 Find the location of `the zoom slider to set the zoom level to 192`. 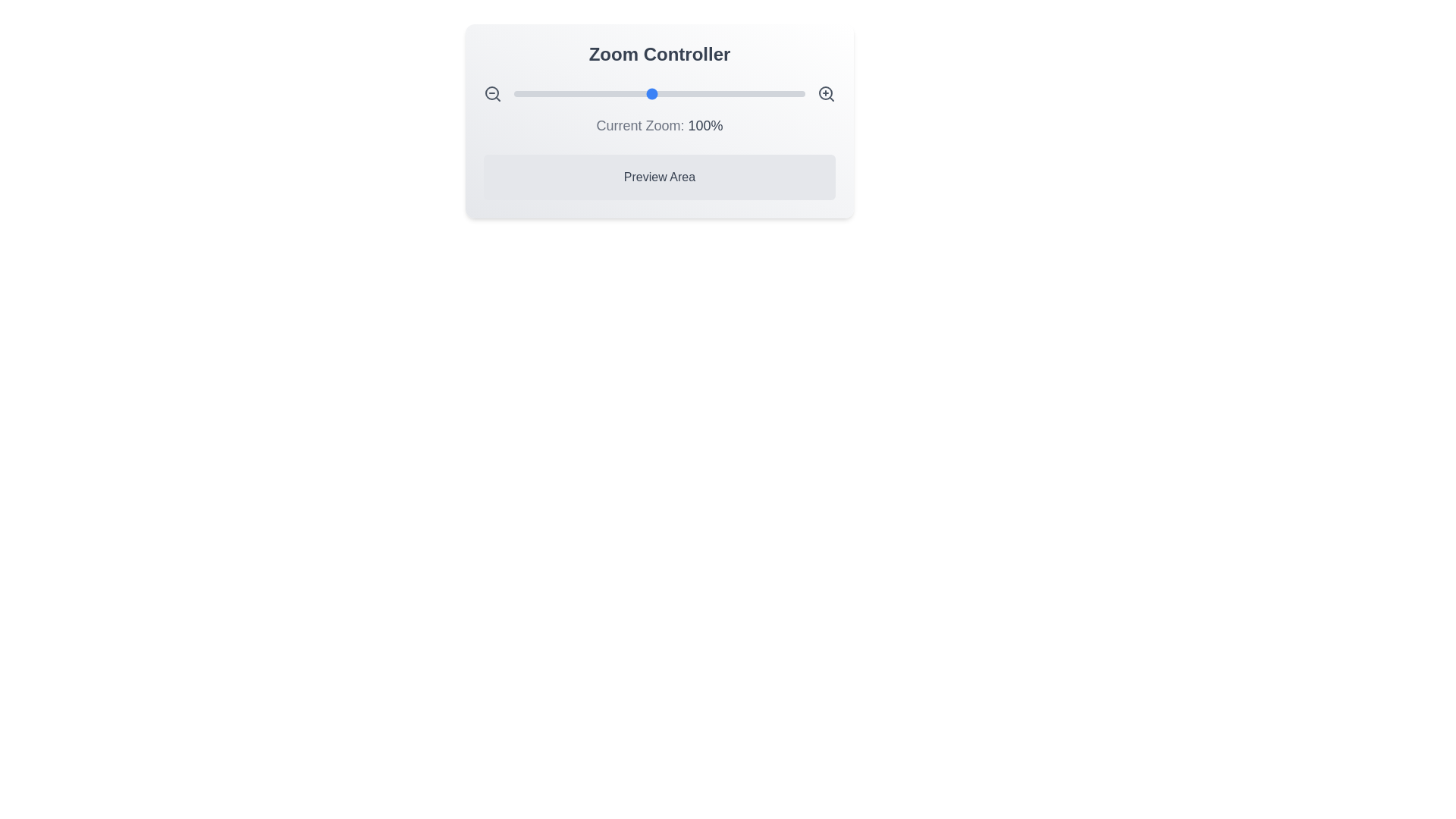

the zoom slider to set the zoom level to 192 is located at coordinates (792, 93).